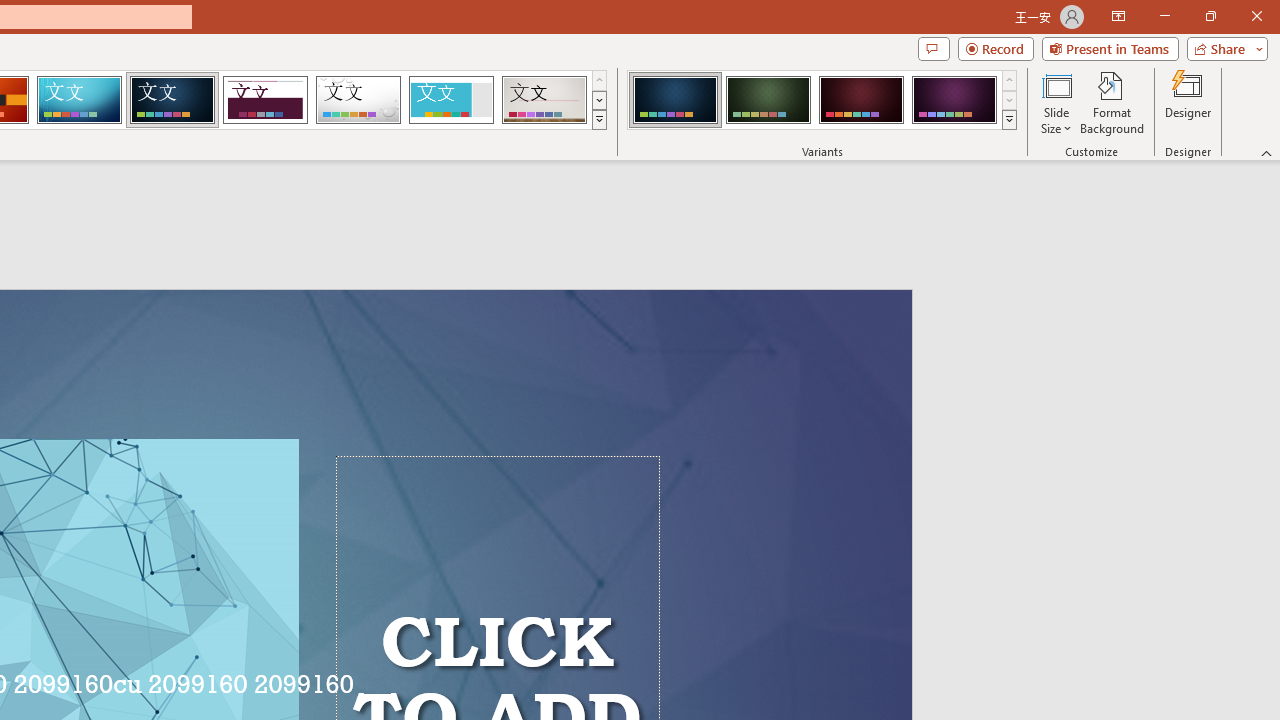 This screenshot has width=1280, height=720. I want to click on 'Variants', so click(1009, 120).